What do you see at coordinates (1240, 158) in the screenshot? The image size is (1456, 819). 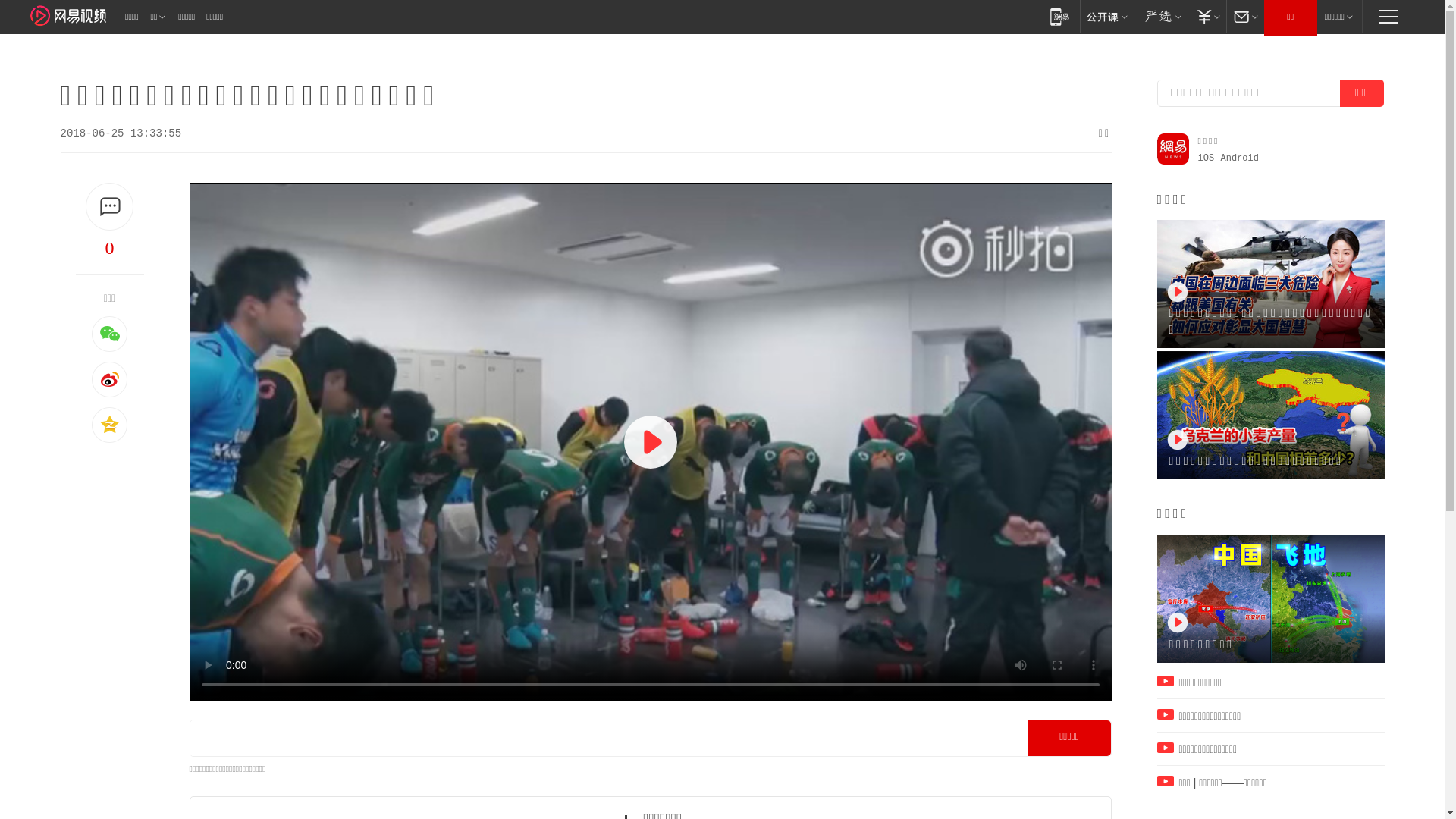 I see `'Android'` at bounding box center [1240, 158].